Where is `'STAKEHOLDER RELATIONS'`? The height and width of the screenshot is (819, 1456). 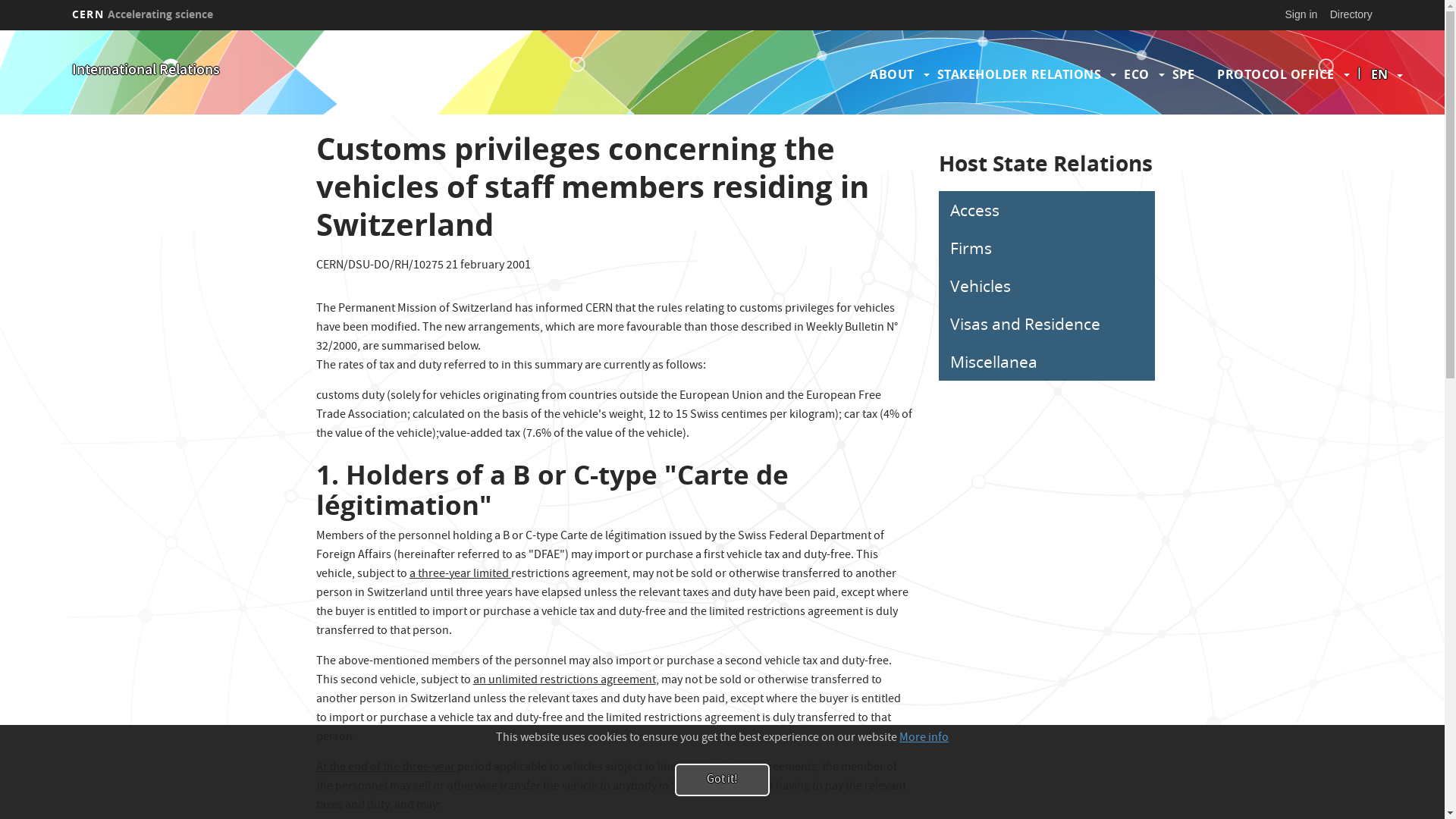 'STAKEHOLDER RELATIONS' is located at coordinates (1019, 74).